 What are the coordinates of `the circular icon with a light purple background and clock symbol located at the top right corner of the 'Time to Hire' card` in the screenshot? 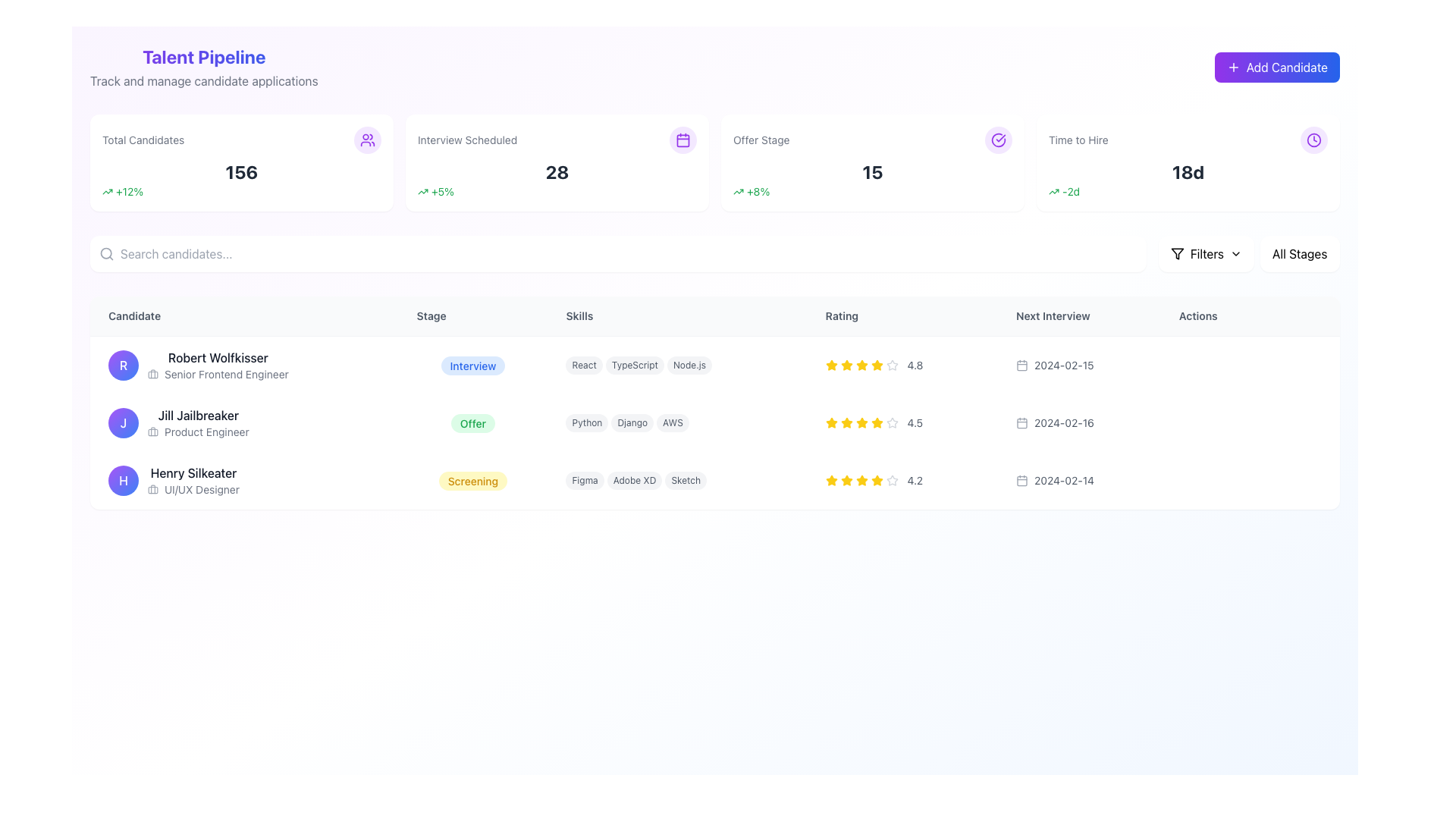 It's located at (1313, 140).